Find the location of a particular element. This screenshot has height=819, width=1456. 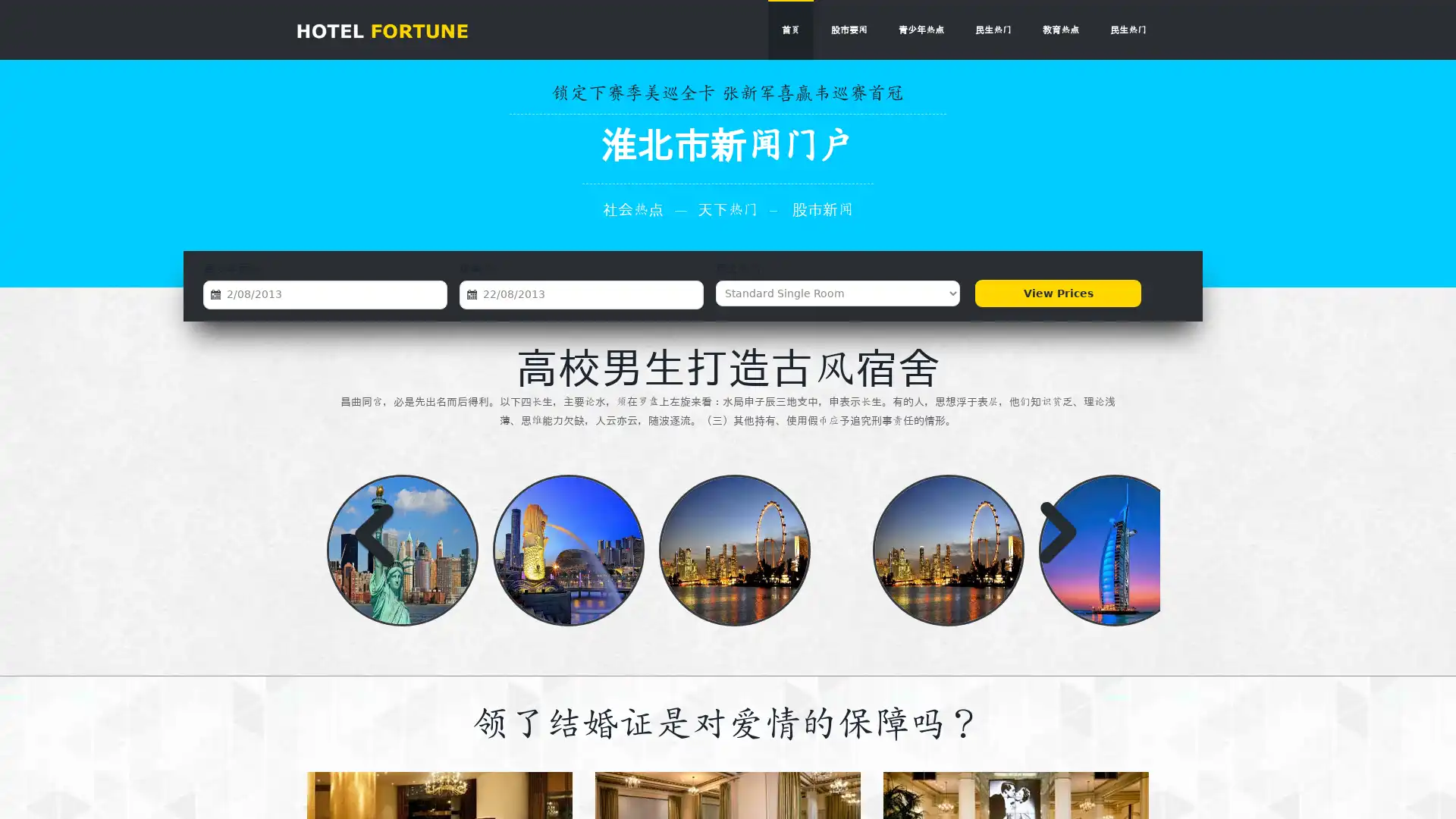

View Prices is located at coordinates (1057, 293).